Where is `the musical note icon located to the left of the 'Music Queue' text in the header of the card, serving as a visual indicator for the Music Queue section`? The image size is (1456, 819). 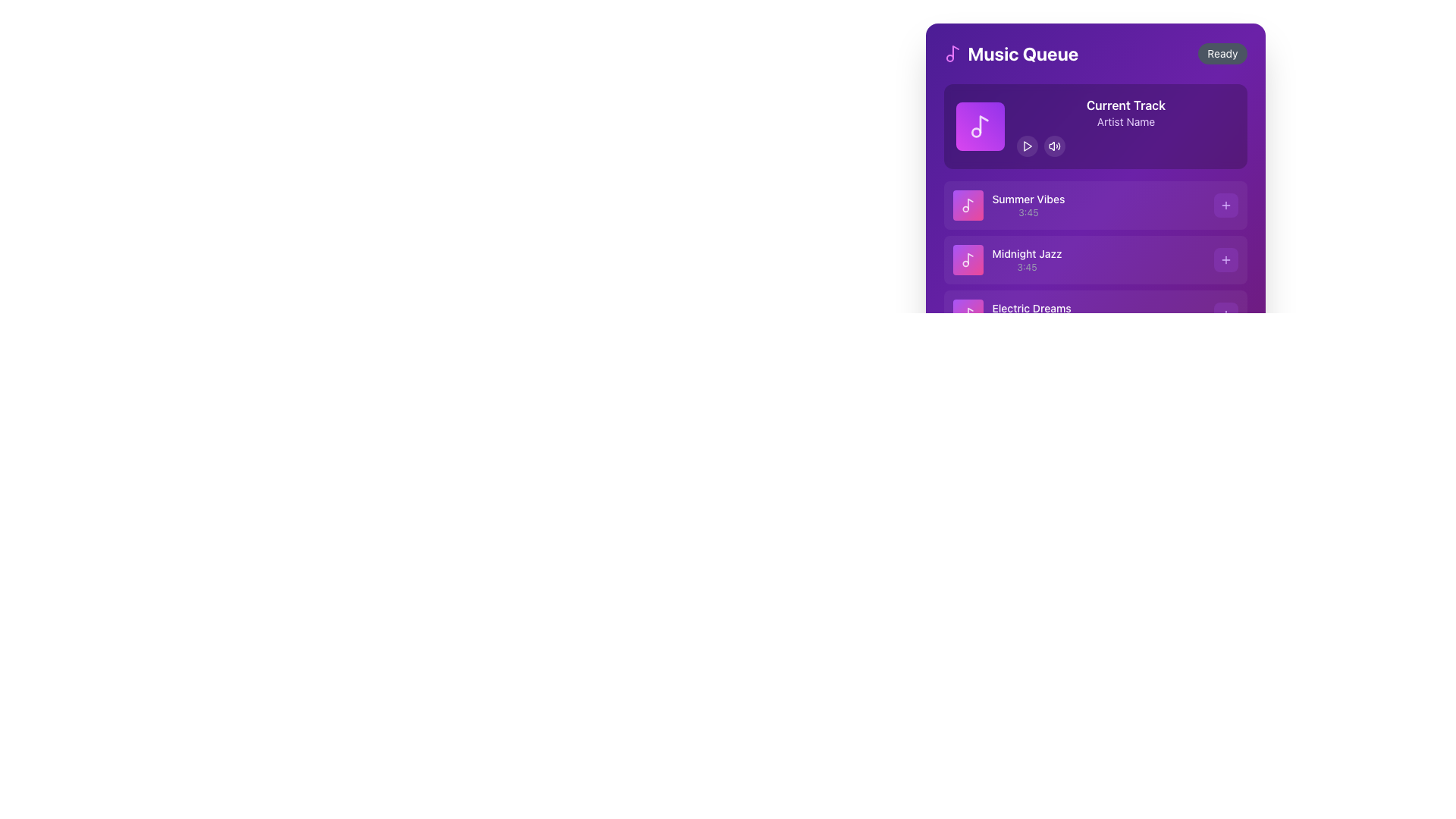 the musical note icon located to the left of the 'Music Queue' text in the header of the card, serving as a visual indicator for the Music Queue section is located at coordinates (952, 52).